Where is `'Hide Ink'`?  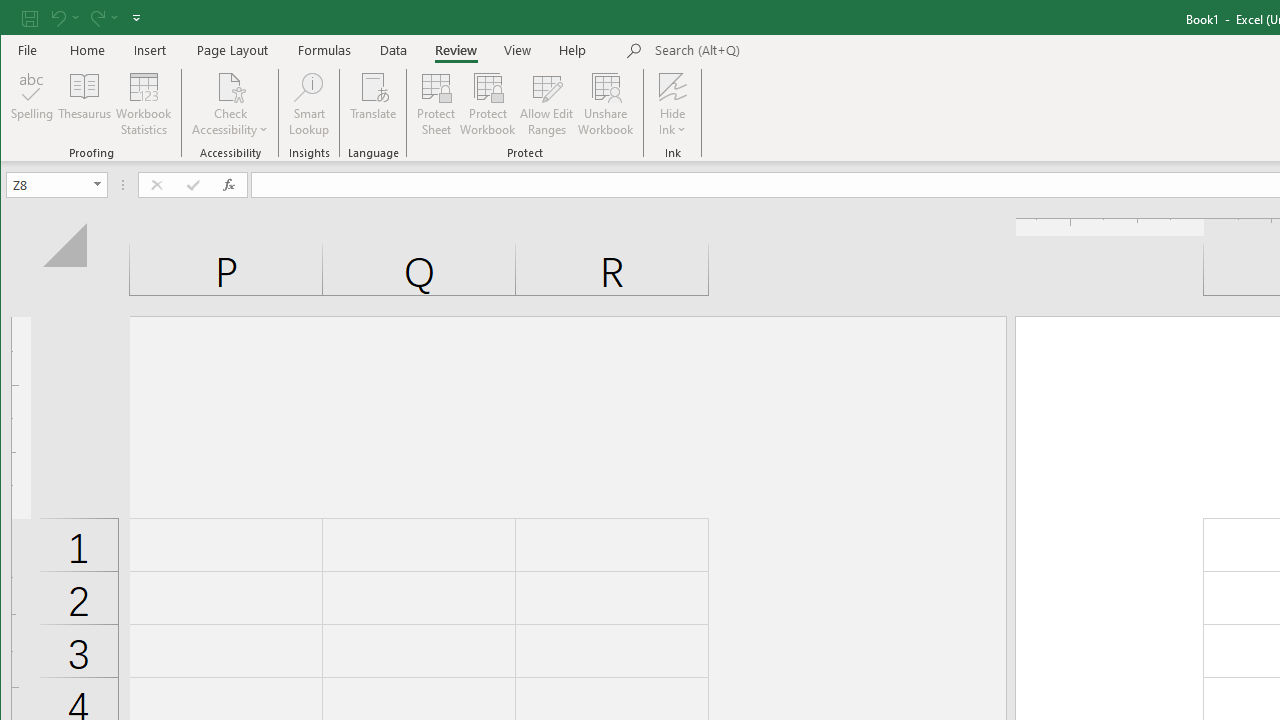 'Hide Ink' is located at coordinates (672, 104).